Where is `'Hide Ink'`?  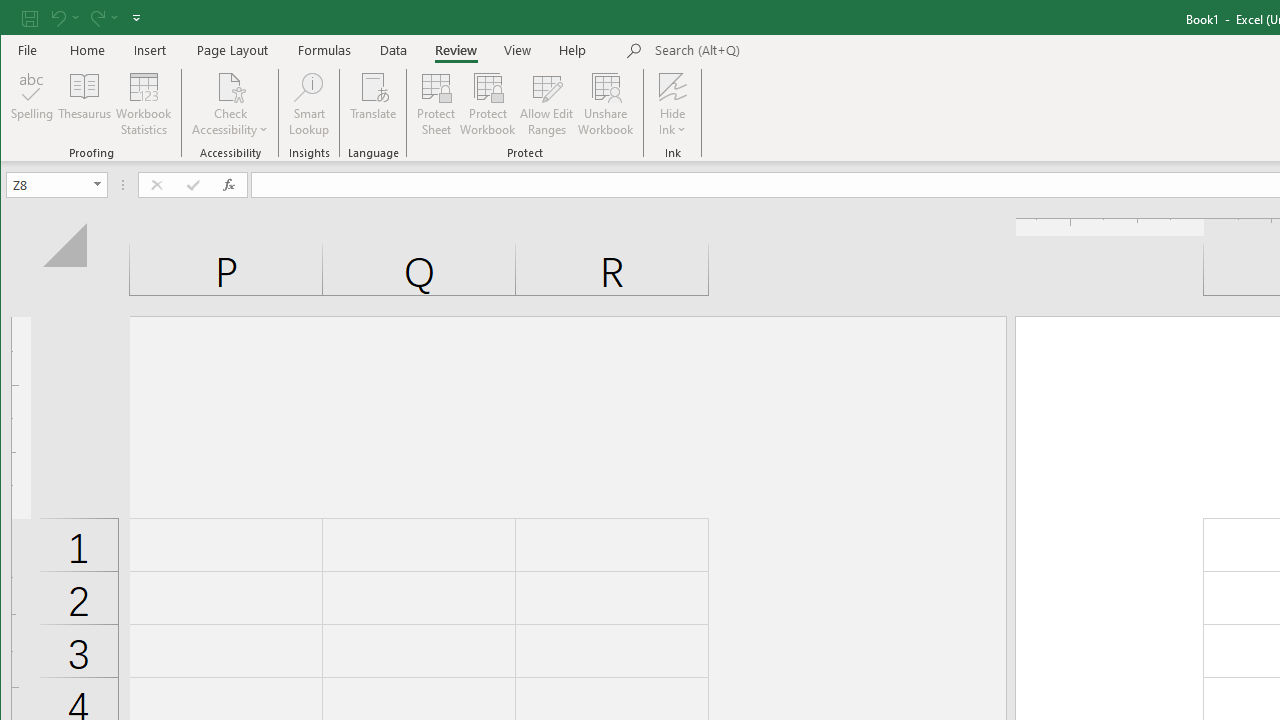 'Hide Ink' is located at coordinates (672, 104).